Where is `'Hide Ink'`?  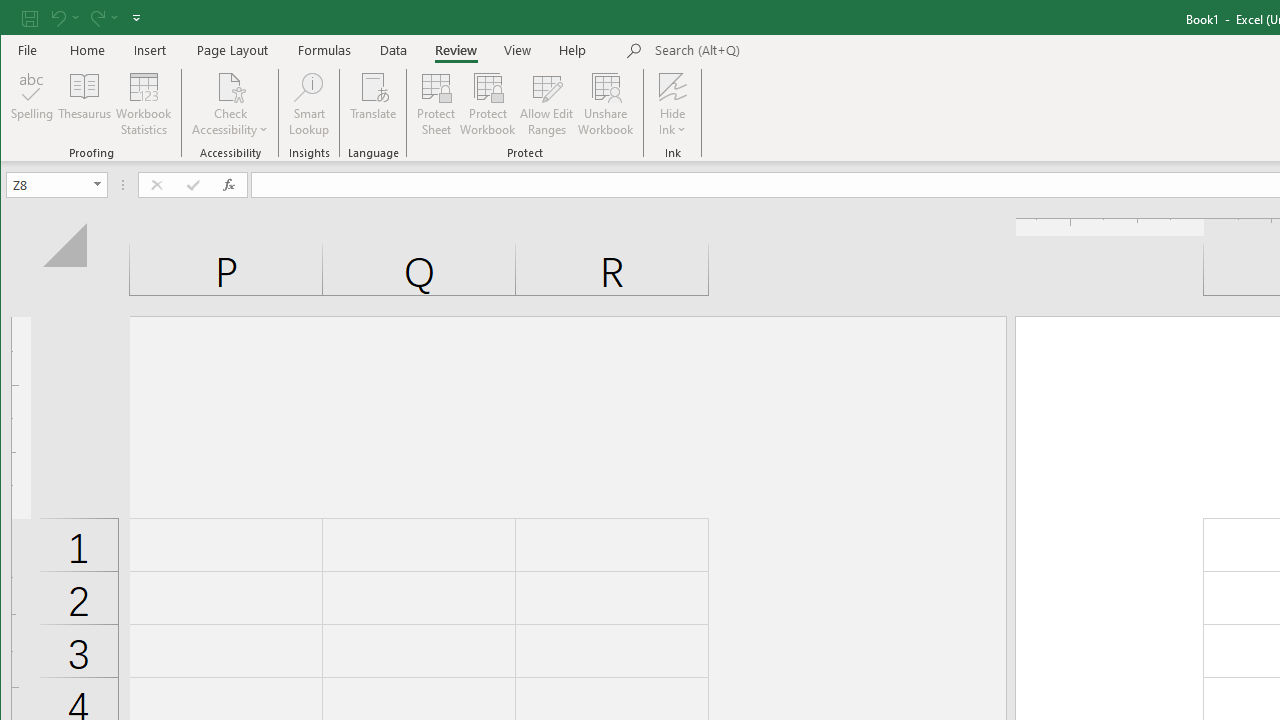 'Hide Ink' is located at coordinates (672, 104).